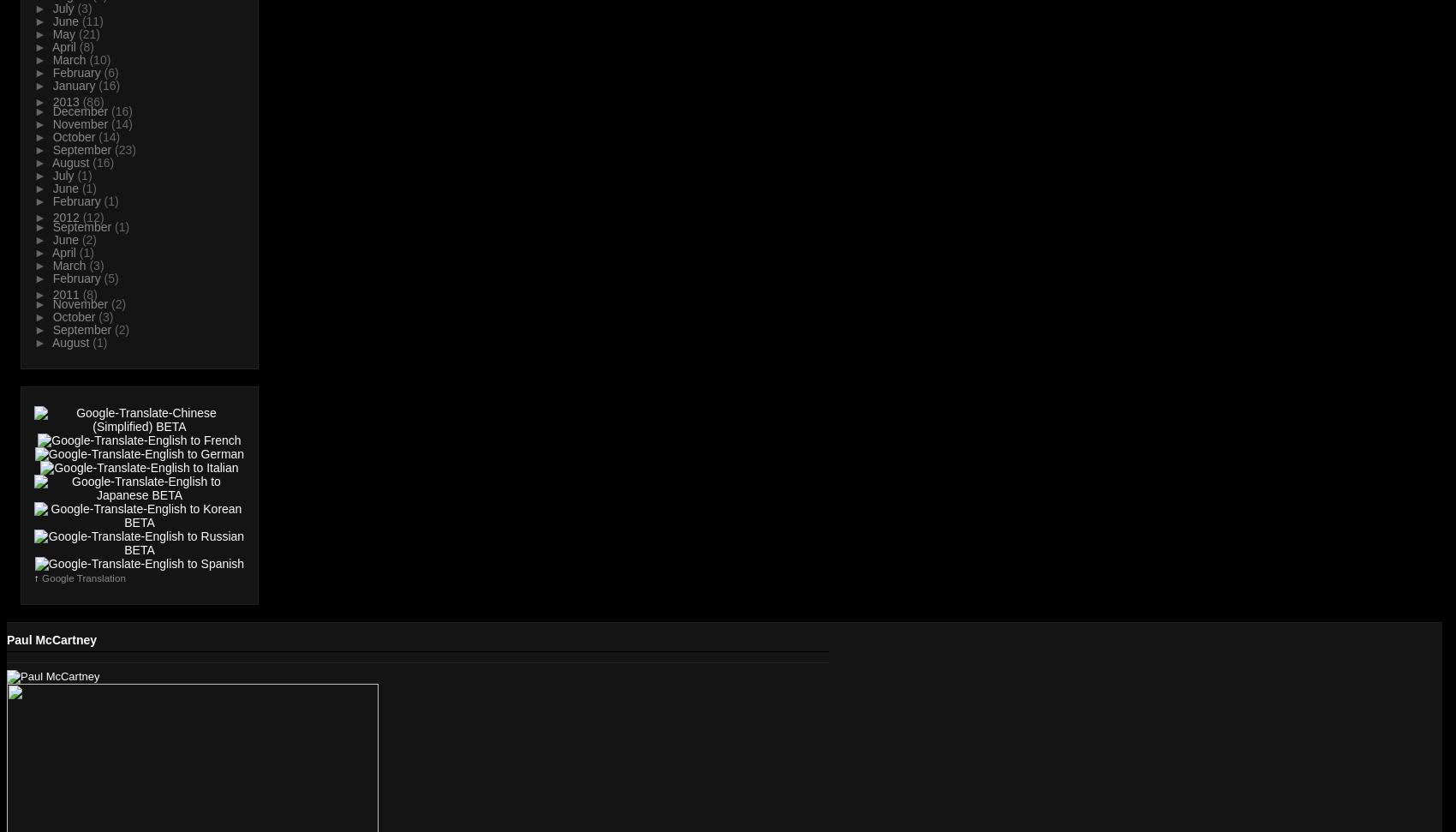  What do you see at coordinates (67, 217) in the screenshot?
I see `'2012'` at bounding box center [67, 217].